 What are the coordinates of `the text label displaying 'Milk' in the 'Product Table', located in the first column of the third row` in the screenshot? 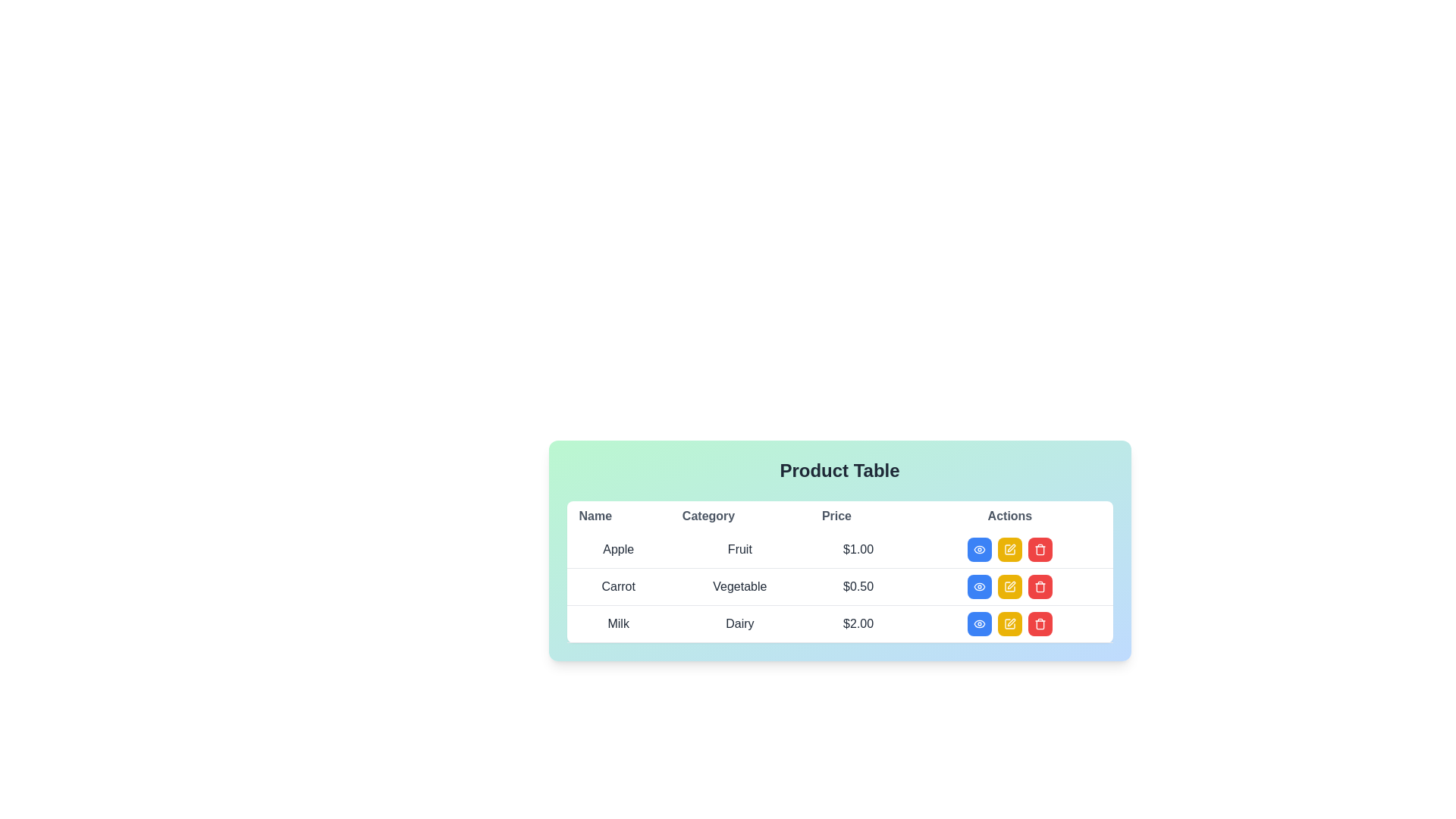 It's located at (618, 623).